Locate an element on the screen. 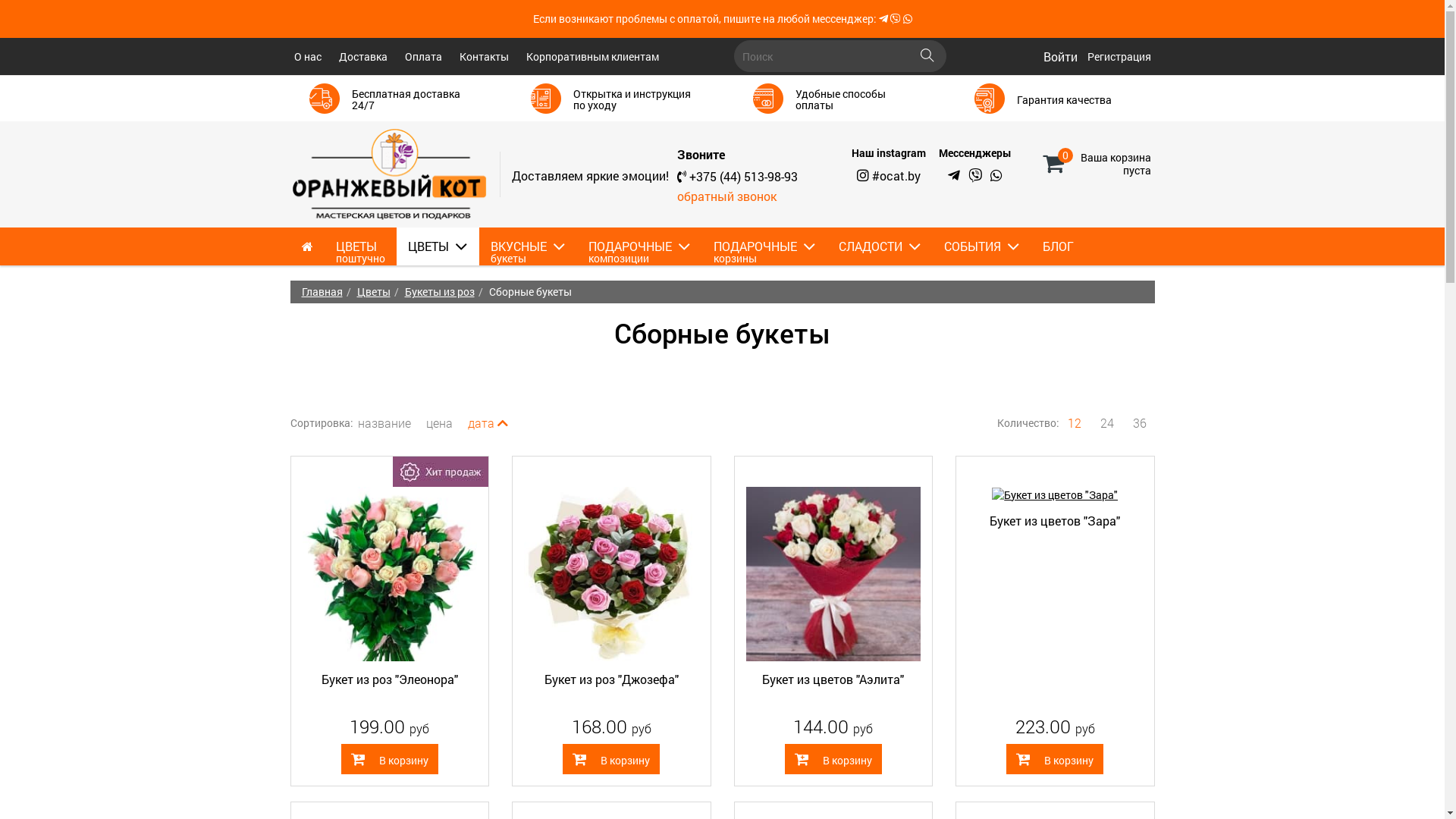 This screenshot has height=819, width=1456. '#ocat.by' is located at coordinates (896, 174).